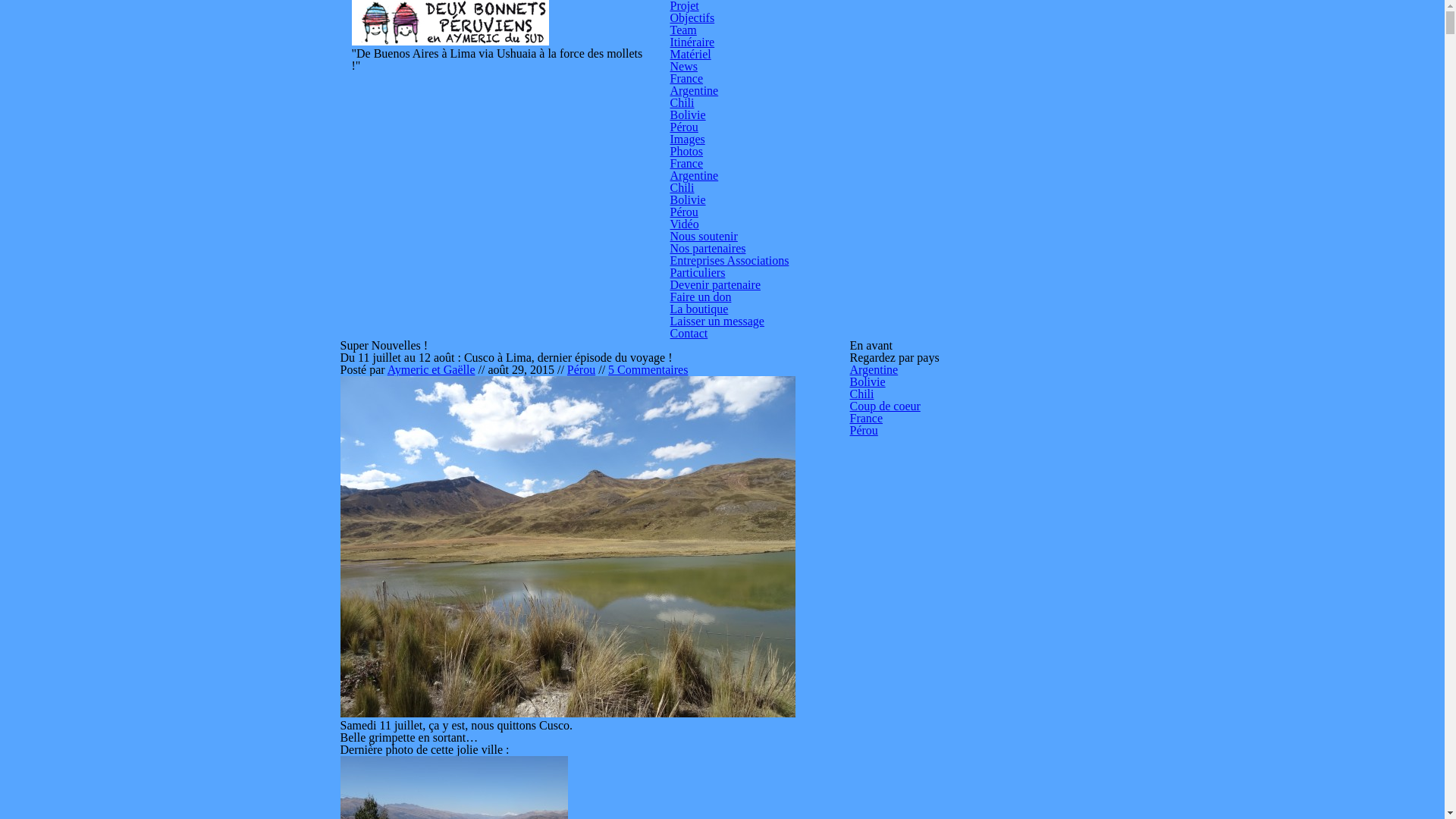  Describe the element at coordinates (692, 17) in the screenshot. I see `'Objectifs'` at that location.